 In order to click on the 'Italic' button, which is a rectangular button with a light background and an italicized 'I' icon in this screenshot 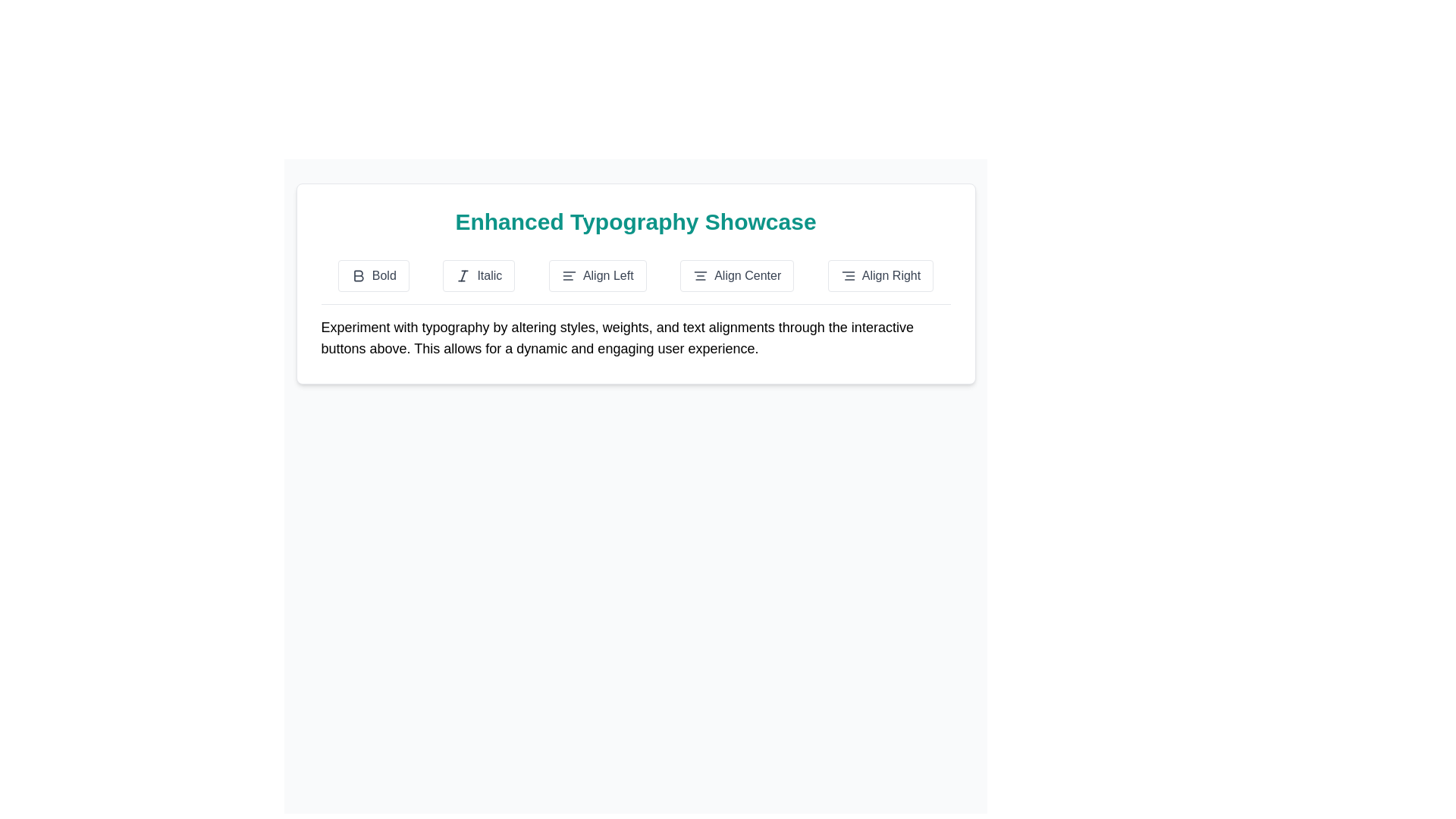, I will do `click(478, 275)`.